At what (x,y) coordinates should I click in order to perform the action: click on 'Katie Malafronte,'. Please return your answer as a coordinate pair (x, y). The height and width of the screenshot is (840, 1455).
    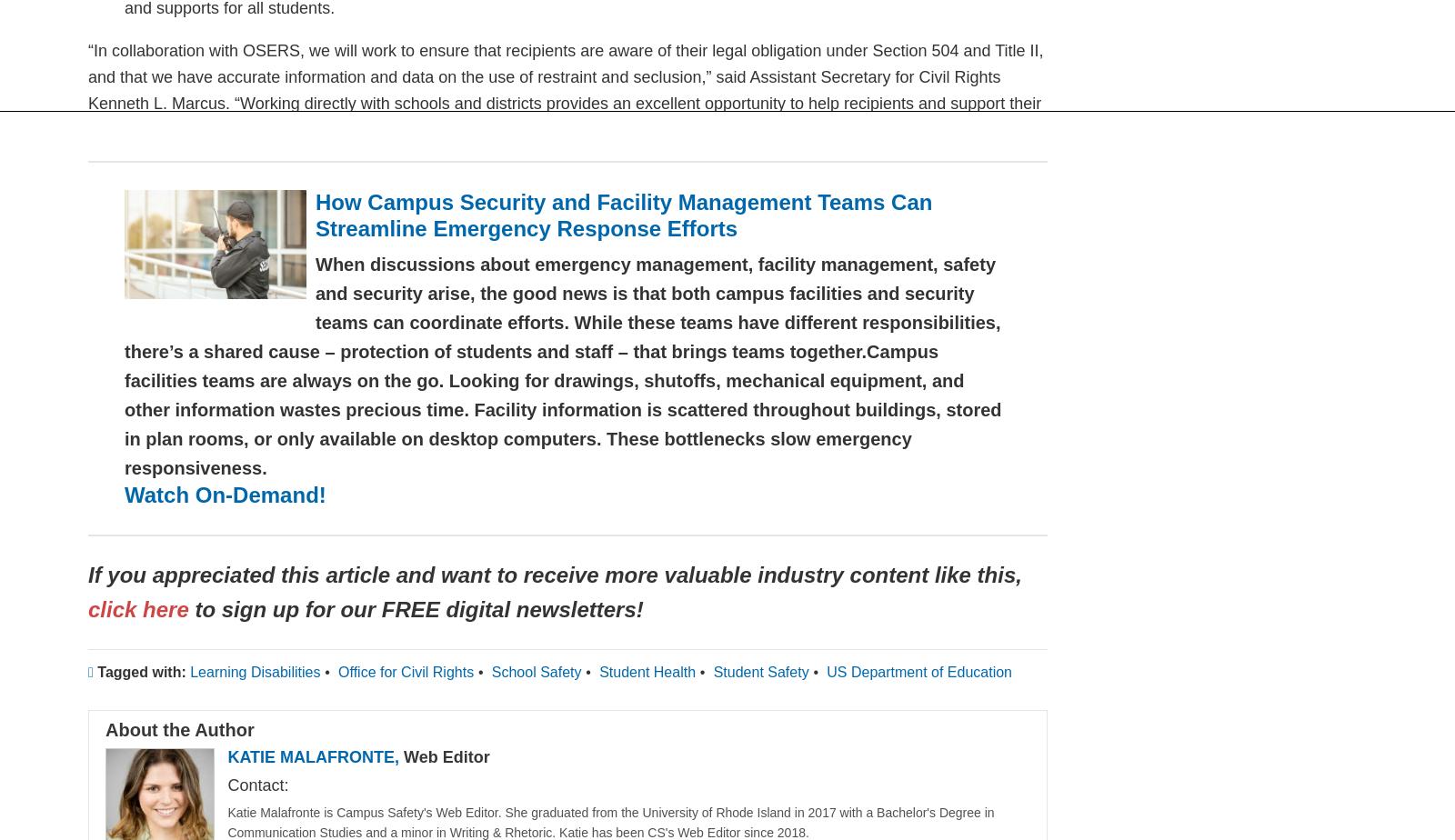
    Looking at the image, I should click on (316, 756).